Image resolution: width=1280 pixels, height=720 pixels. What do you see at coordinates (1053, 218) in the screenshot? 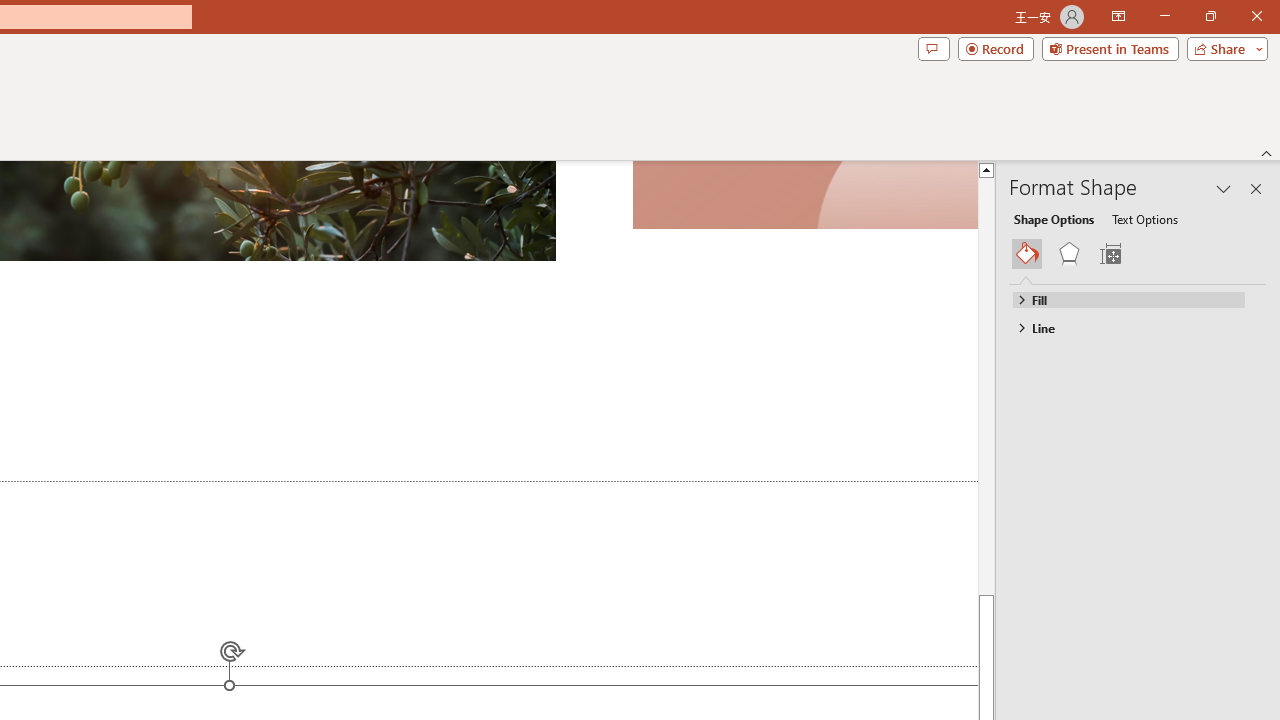
I see `'Shape Options'` at bounding box center [1053, 218].